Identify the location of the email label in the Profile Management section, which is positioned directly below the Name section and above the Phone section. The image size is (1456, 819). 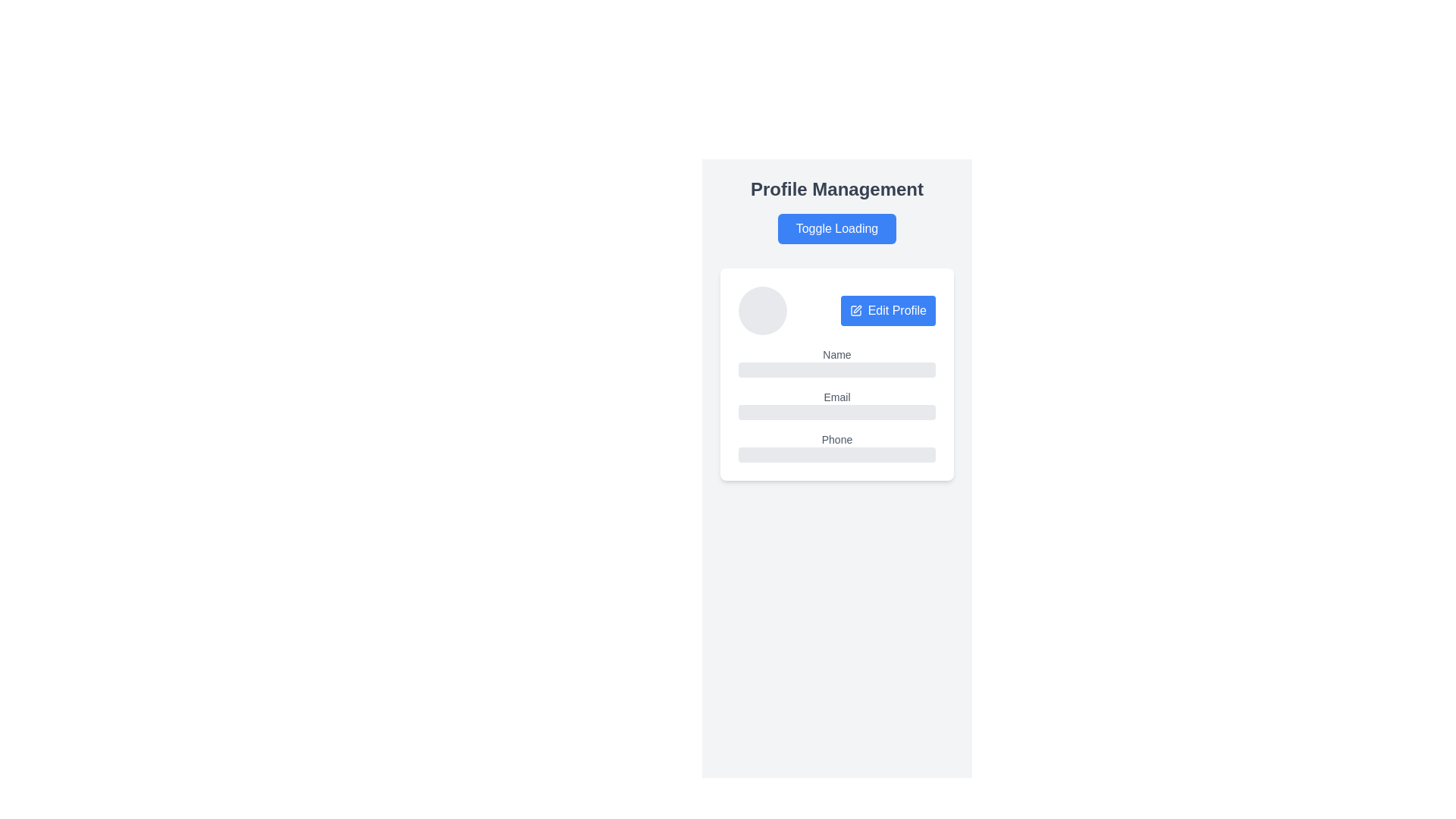
(836, 403).